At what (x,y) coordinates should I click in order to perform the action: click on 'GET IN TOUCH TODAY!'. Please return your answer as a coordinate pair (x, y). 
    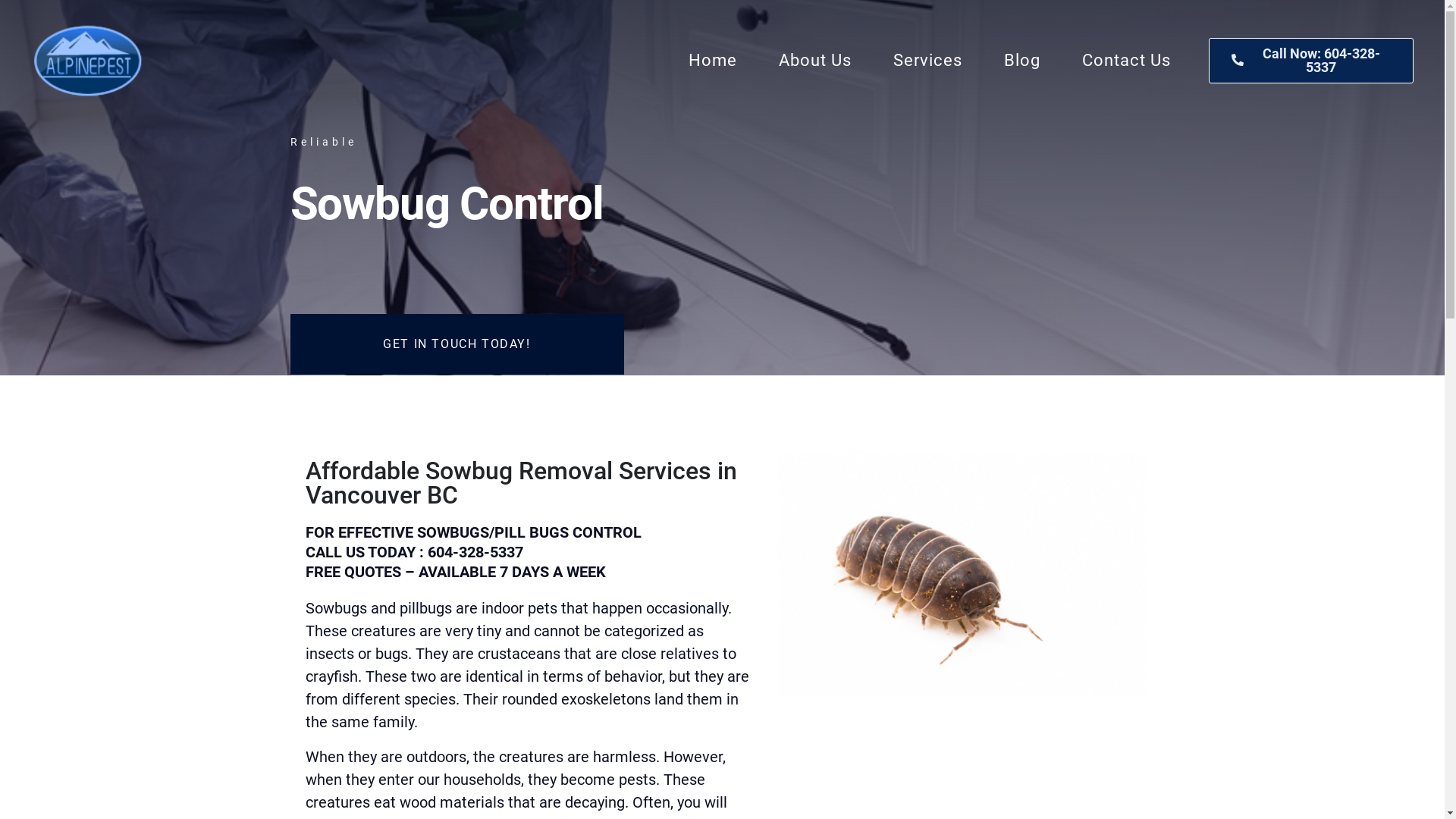
    Looking at the image, I should click on (455, 344).